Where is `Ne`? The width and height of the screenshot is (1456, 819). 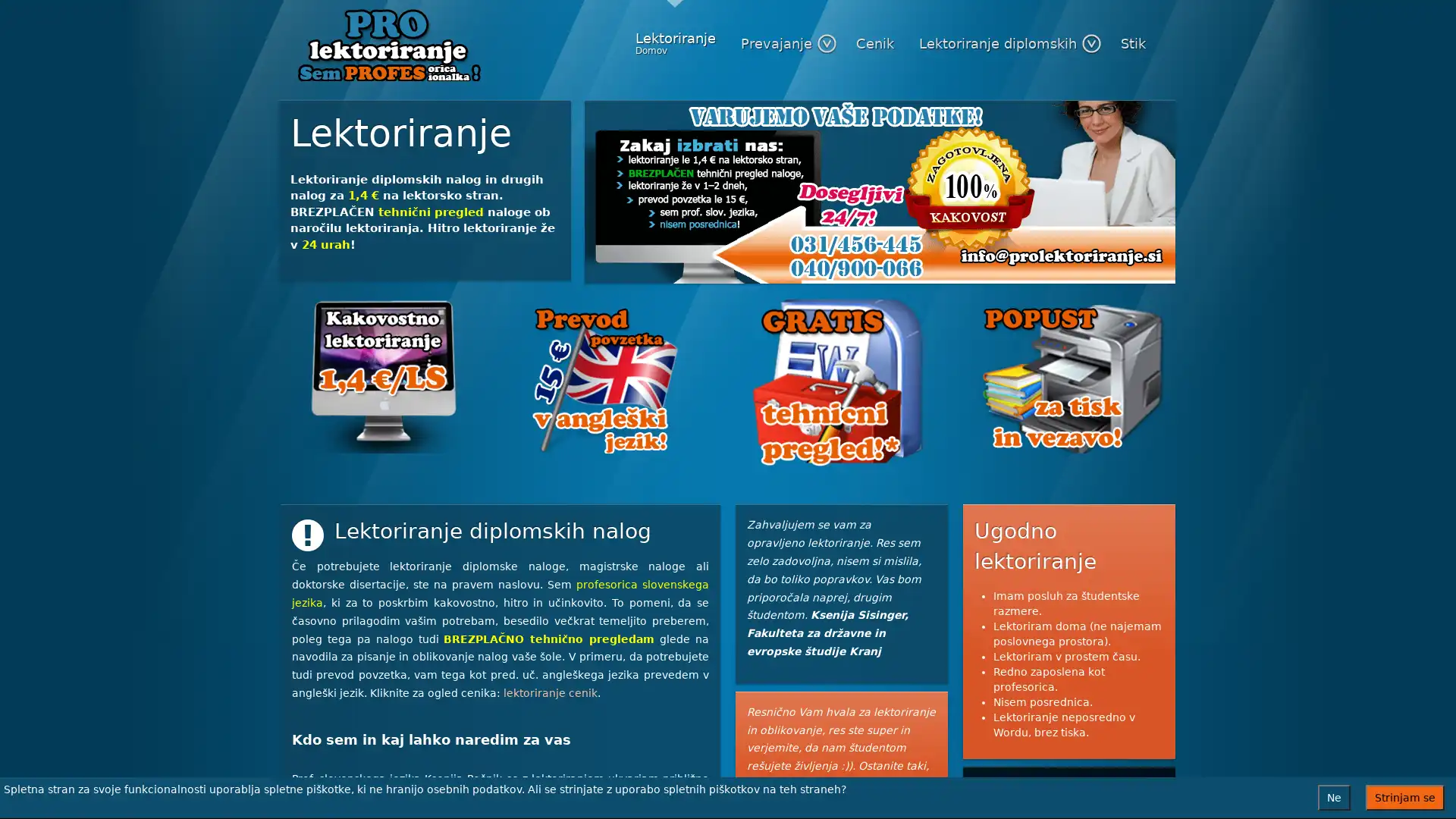 Ne is located at coordinates (1333, 797).